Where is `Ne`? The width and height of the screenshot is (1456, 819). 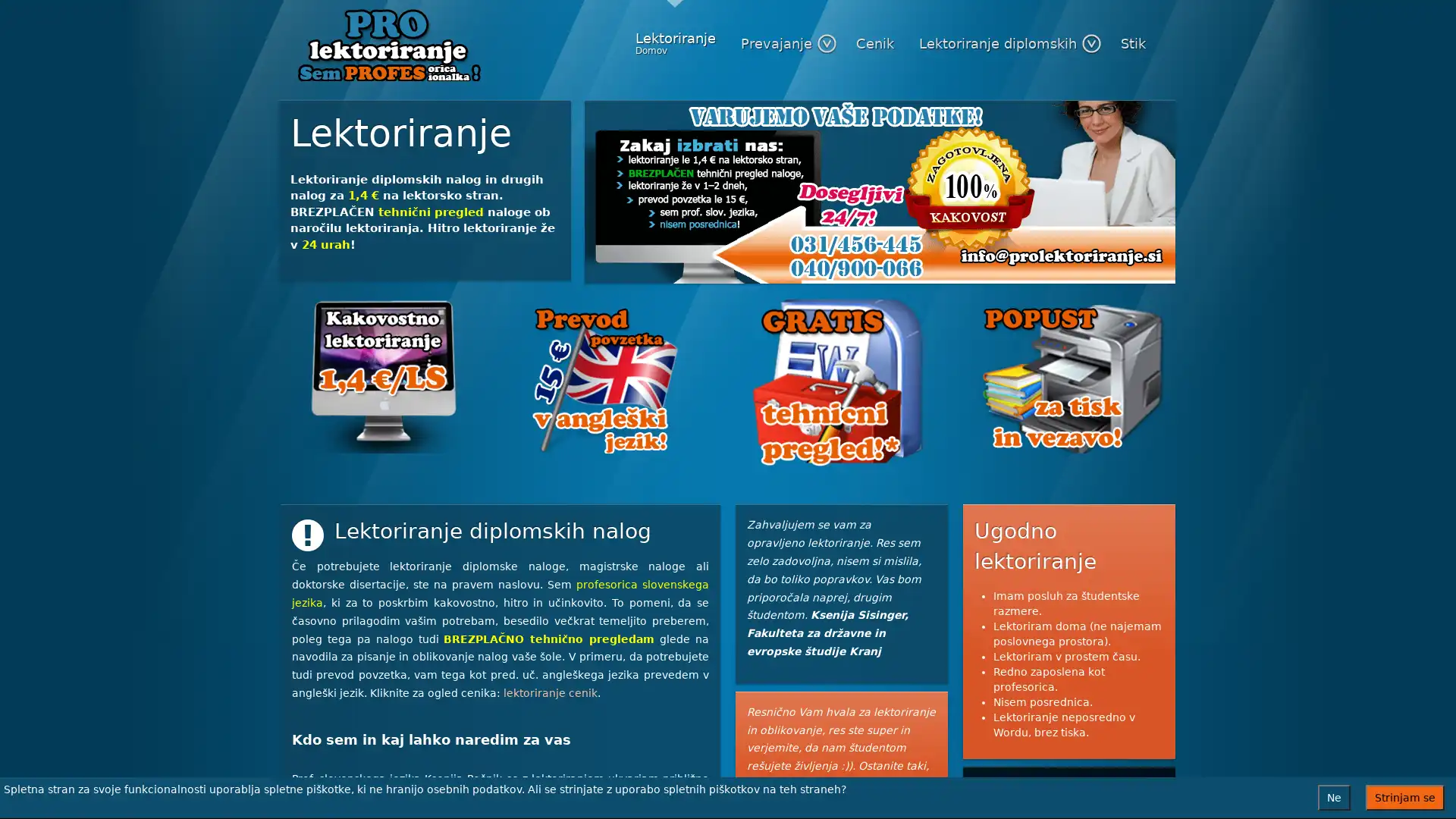 Ne is located at coordinates (1333, 797).